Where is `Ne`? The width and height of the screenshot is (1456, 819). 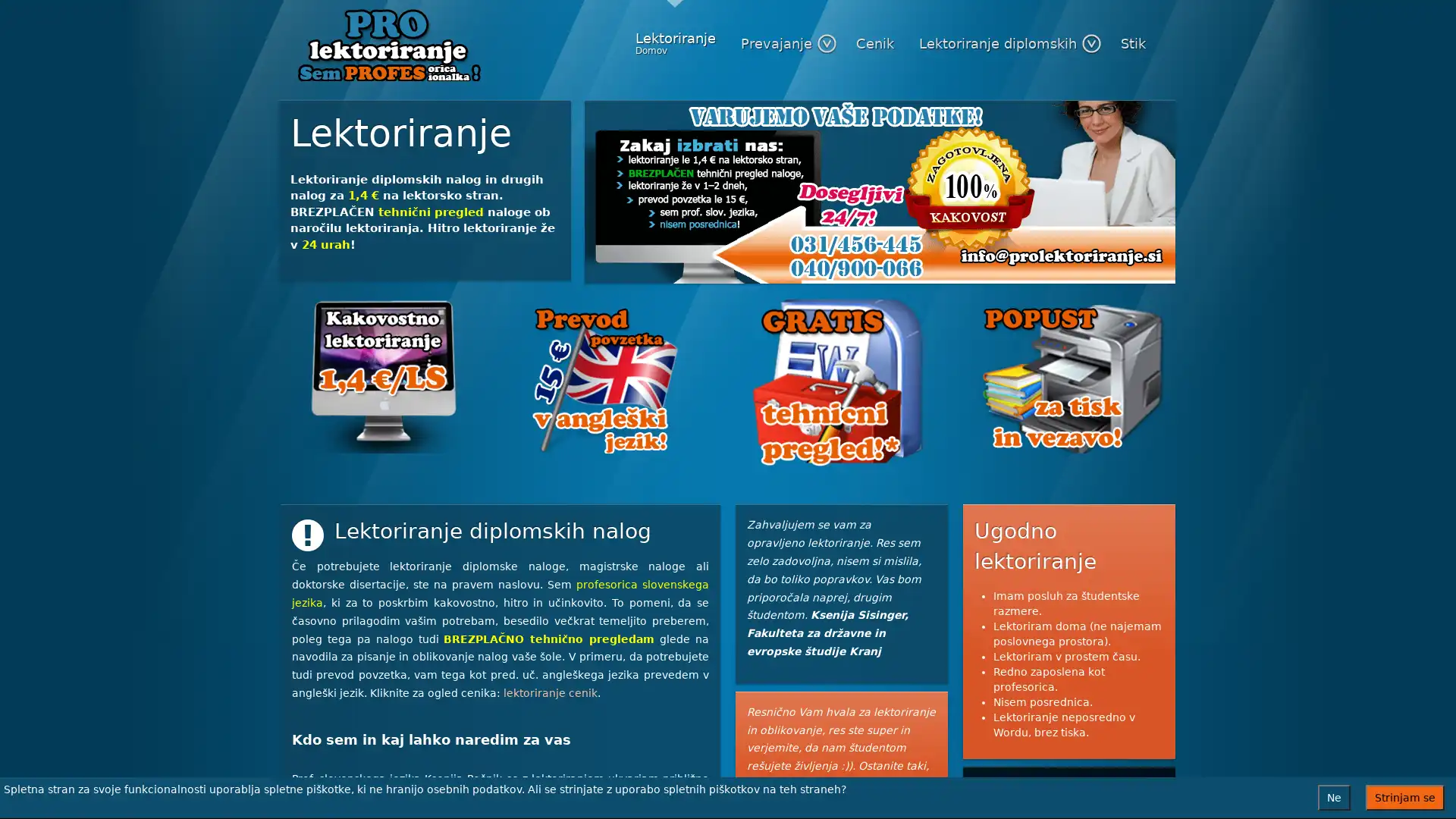 Ne is located at coordinates (1333, 797).